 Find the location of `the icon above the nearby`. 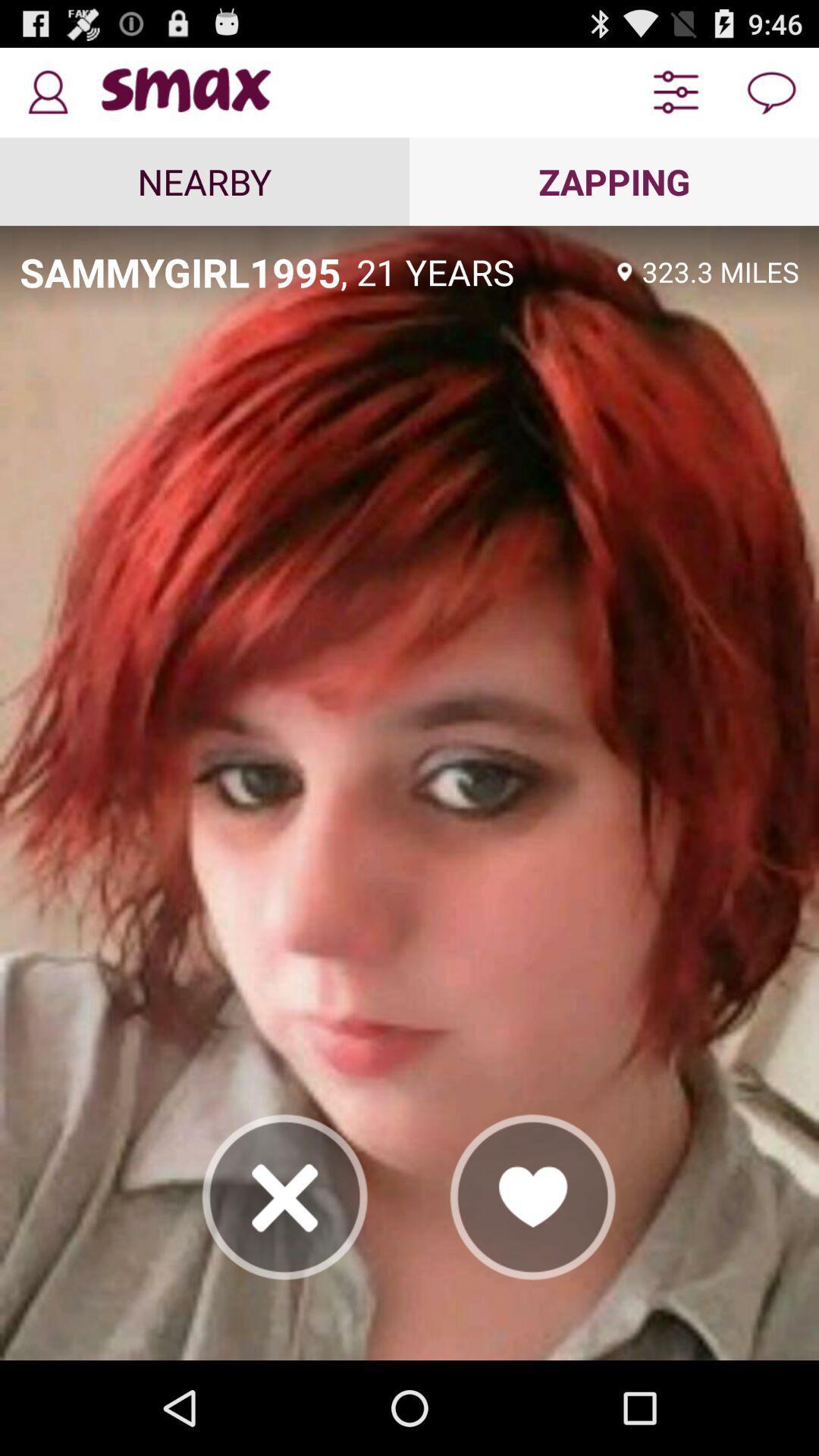

the icon above the nearby is located at coordinates (46, 92).